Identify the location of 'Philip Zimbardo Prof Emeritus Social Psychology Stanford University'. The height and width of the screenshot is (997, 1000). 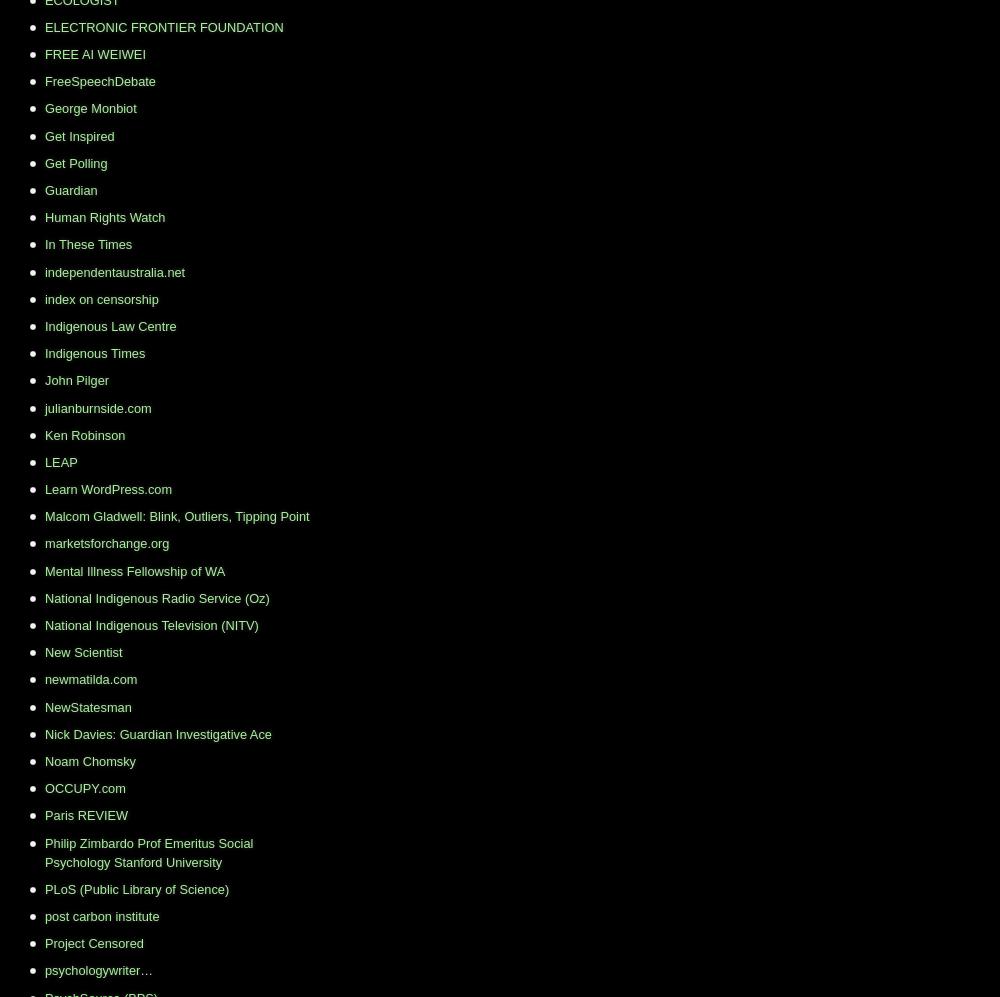
(149, 852).